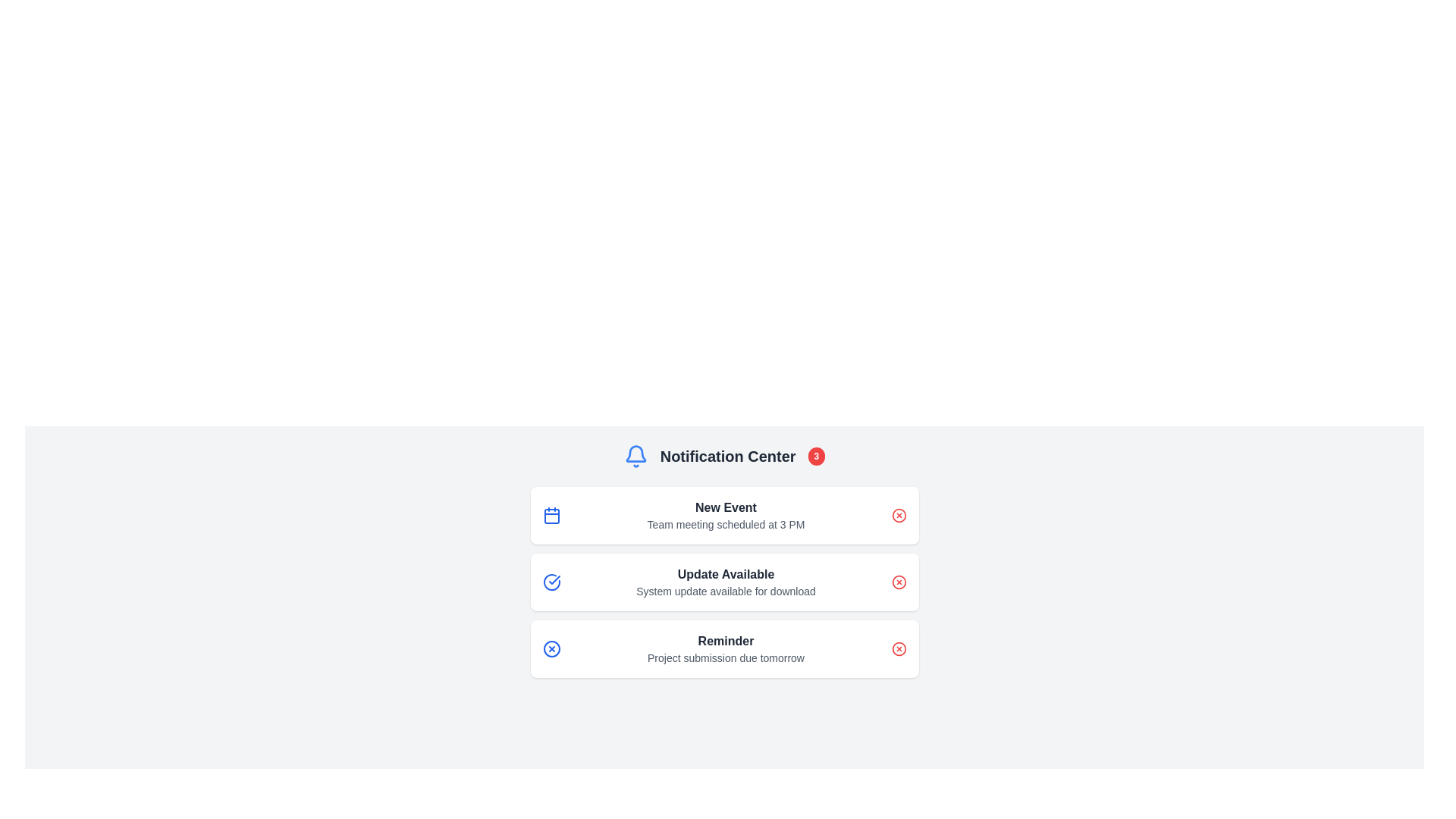 This screenshot has width=1456, height=819. What do you see at coordinates (723, 514) in the screenshot?
I see `the first notification card labeled 'New Event' in the Notification Center` at bounding box center [723, 514].